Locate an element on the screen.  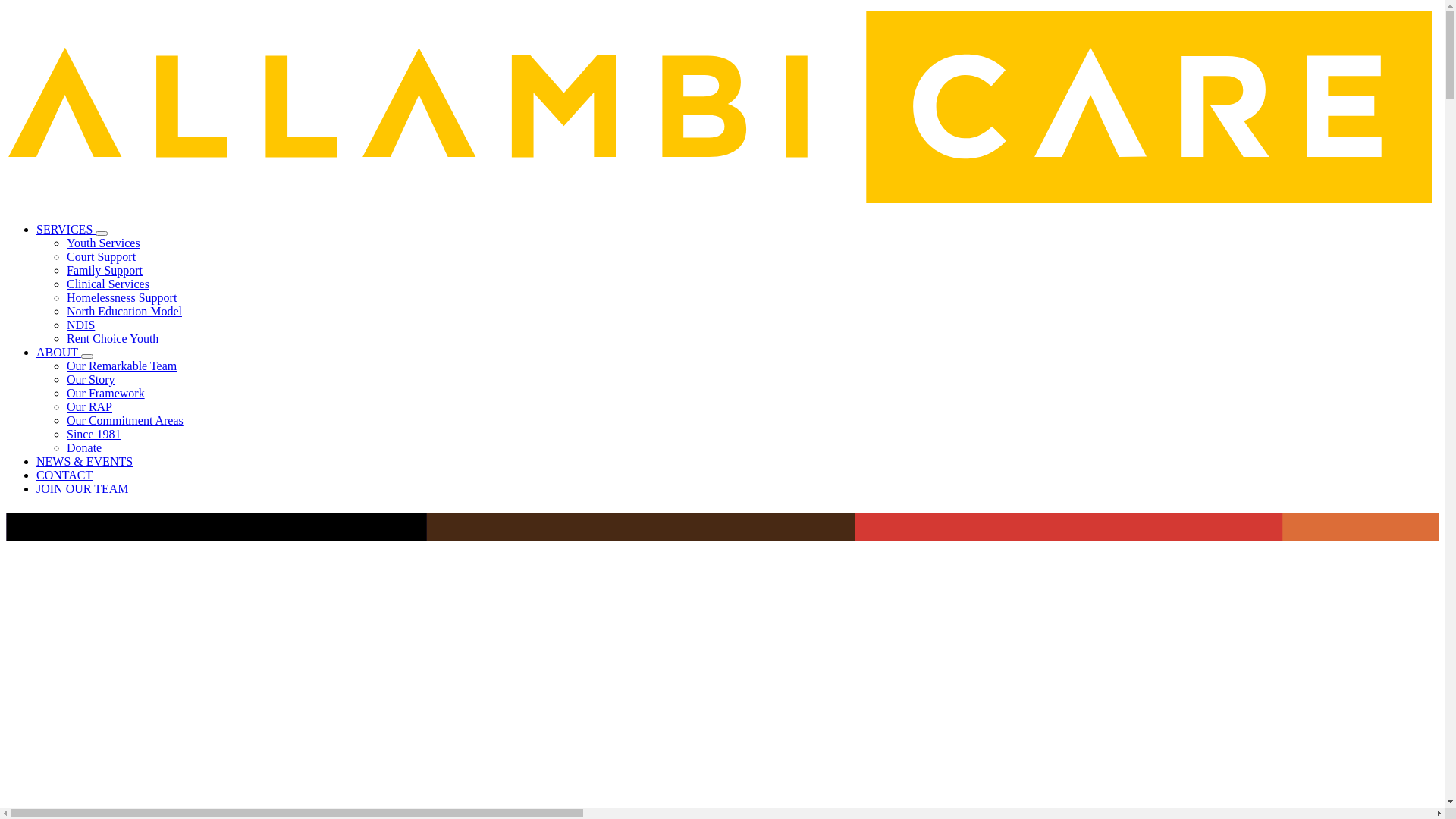
'Clinical Services' is located at coordinates (107, 284).